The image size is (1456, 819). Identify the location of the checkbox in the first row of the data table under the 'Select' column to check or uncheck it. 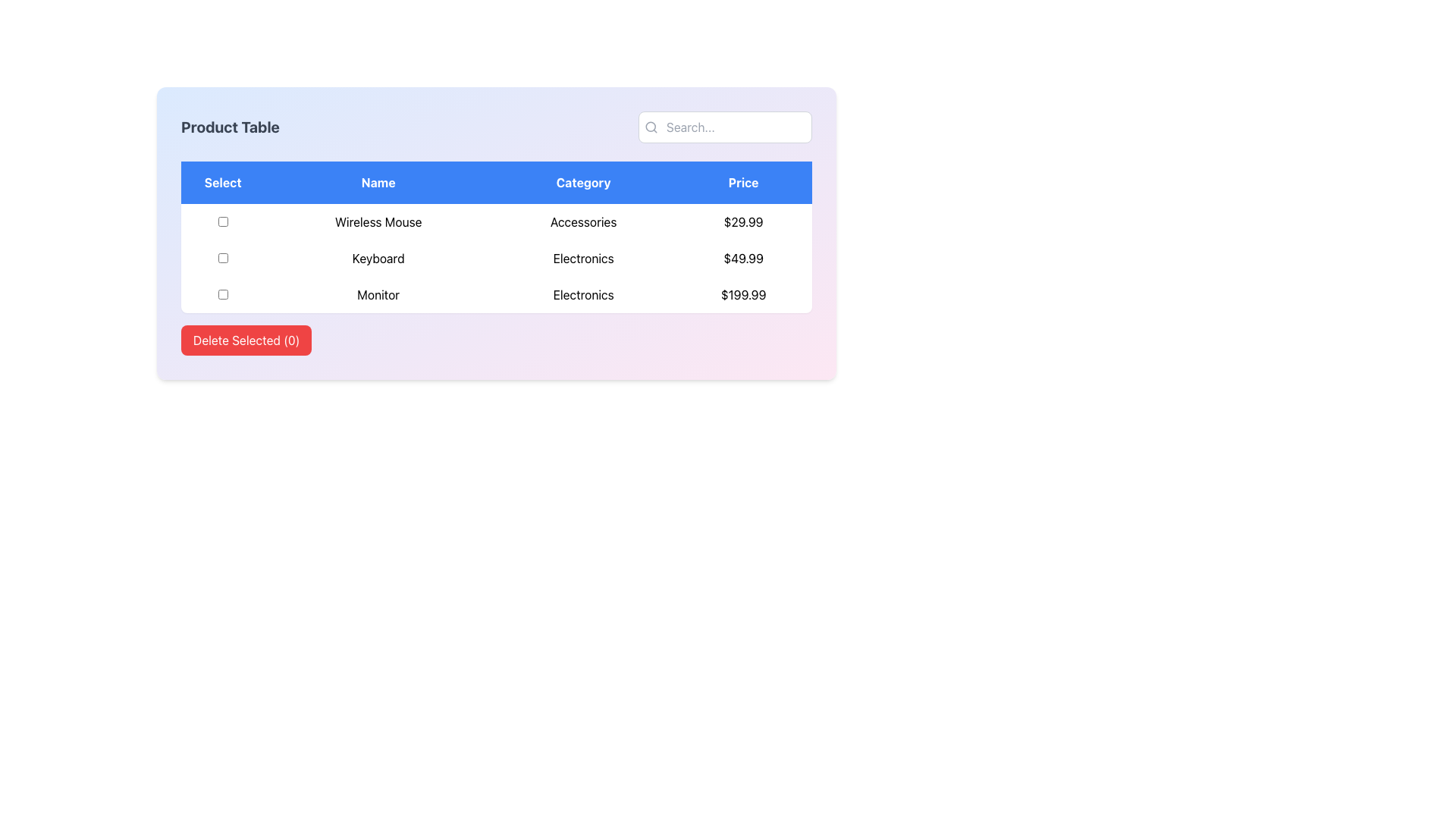
(222, 221).